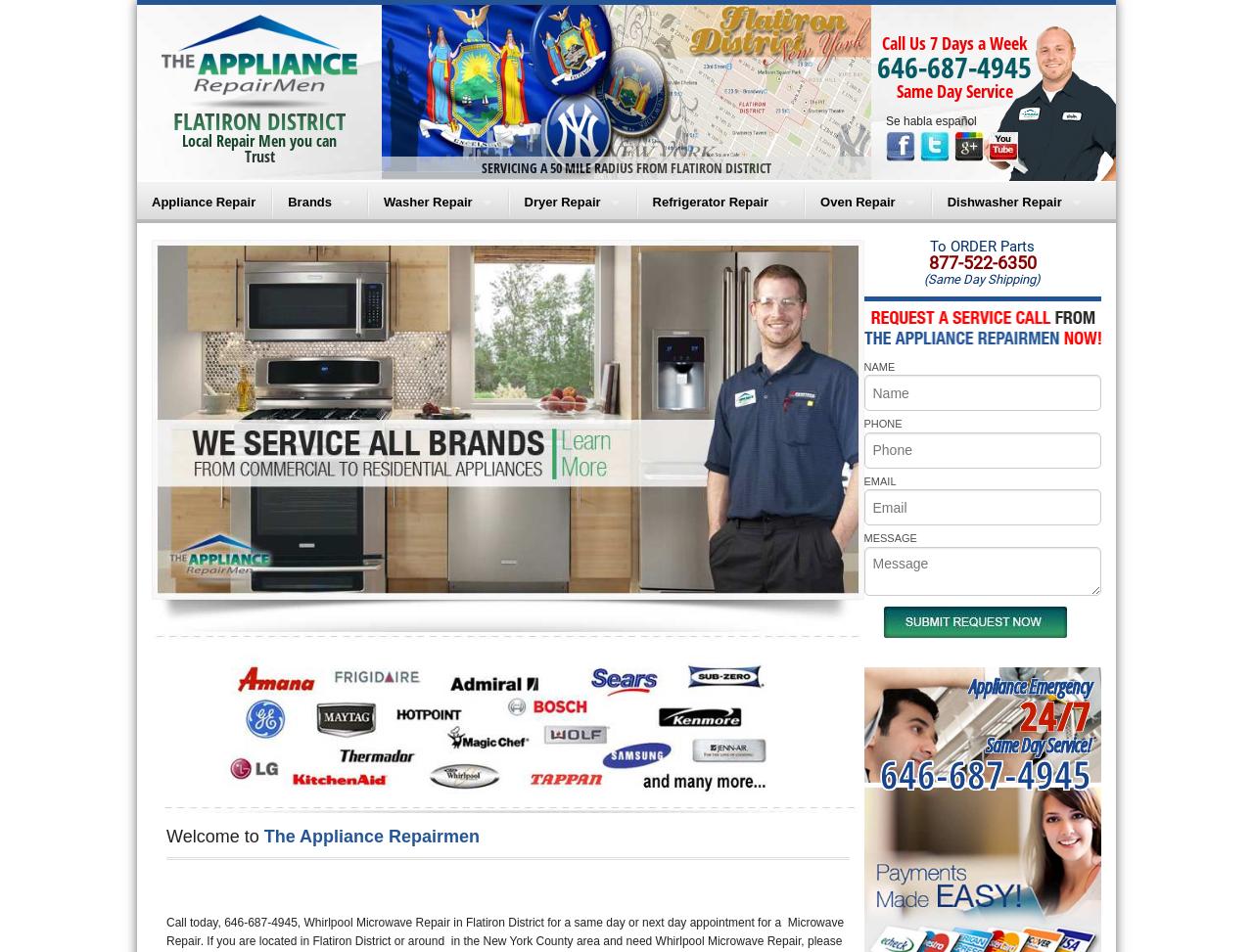 The height and width of the screenshot is (952, 1253). Describe the element at coordinates (878, 365) in the screenshot. I see `'NAME'` at that location.